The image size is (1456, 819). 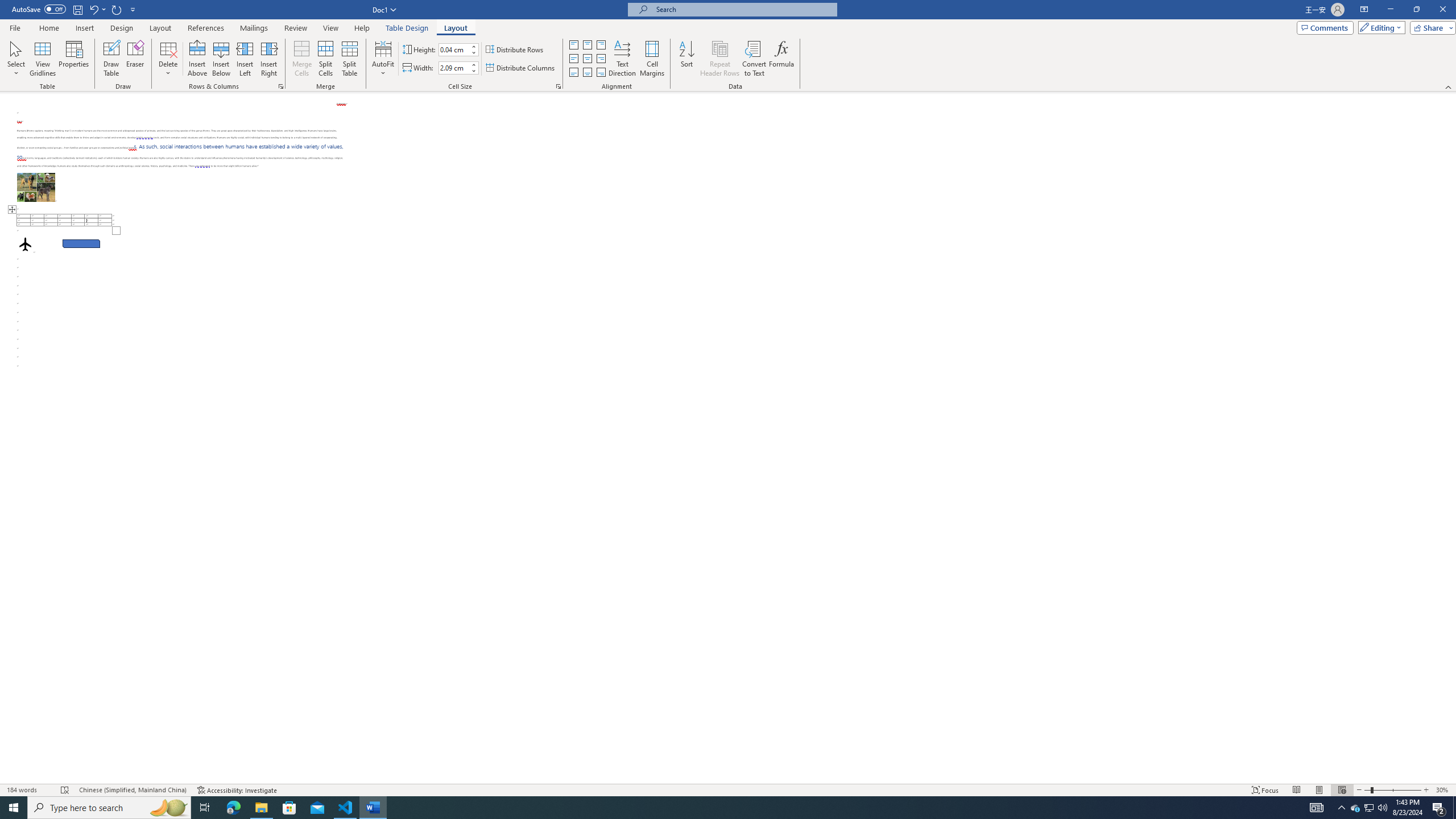 I want to click on 'Align Bottom Justified', so click(x=573, y=72).